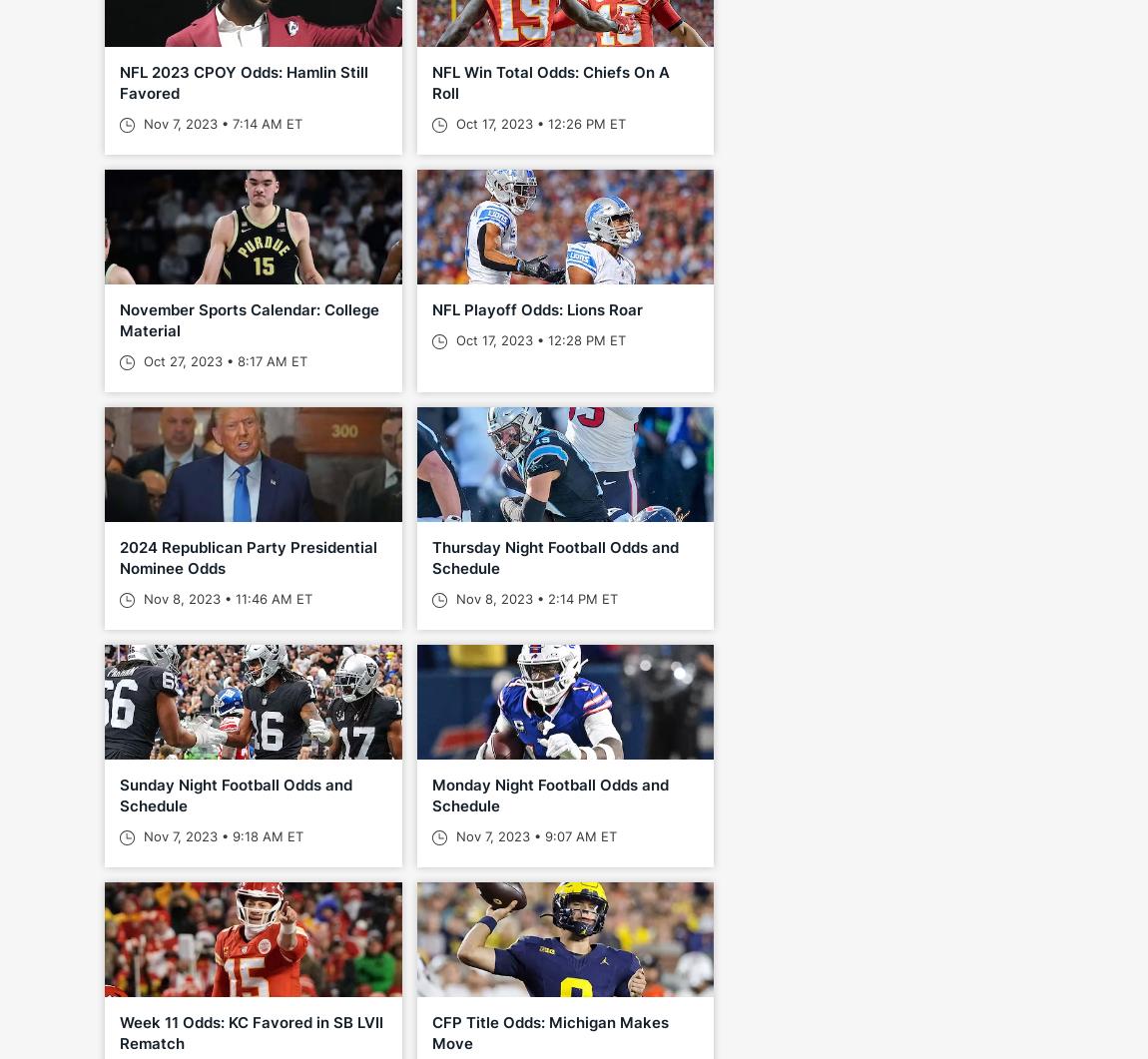  I want to click on 'Nov 7, 2023 • 7:14 AM ET', so click(220, 124).